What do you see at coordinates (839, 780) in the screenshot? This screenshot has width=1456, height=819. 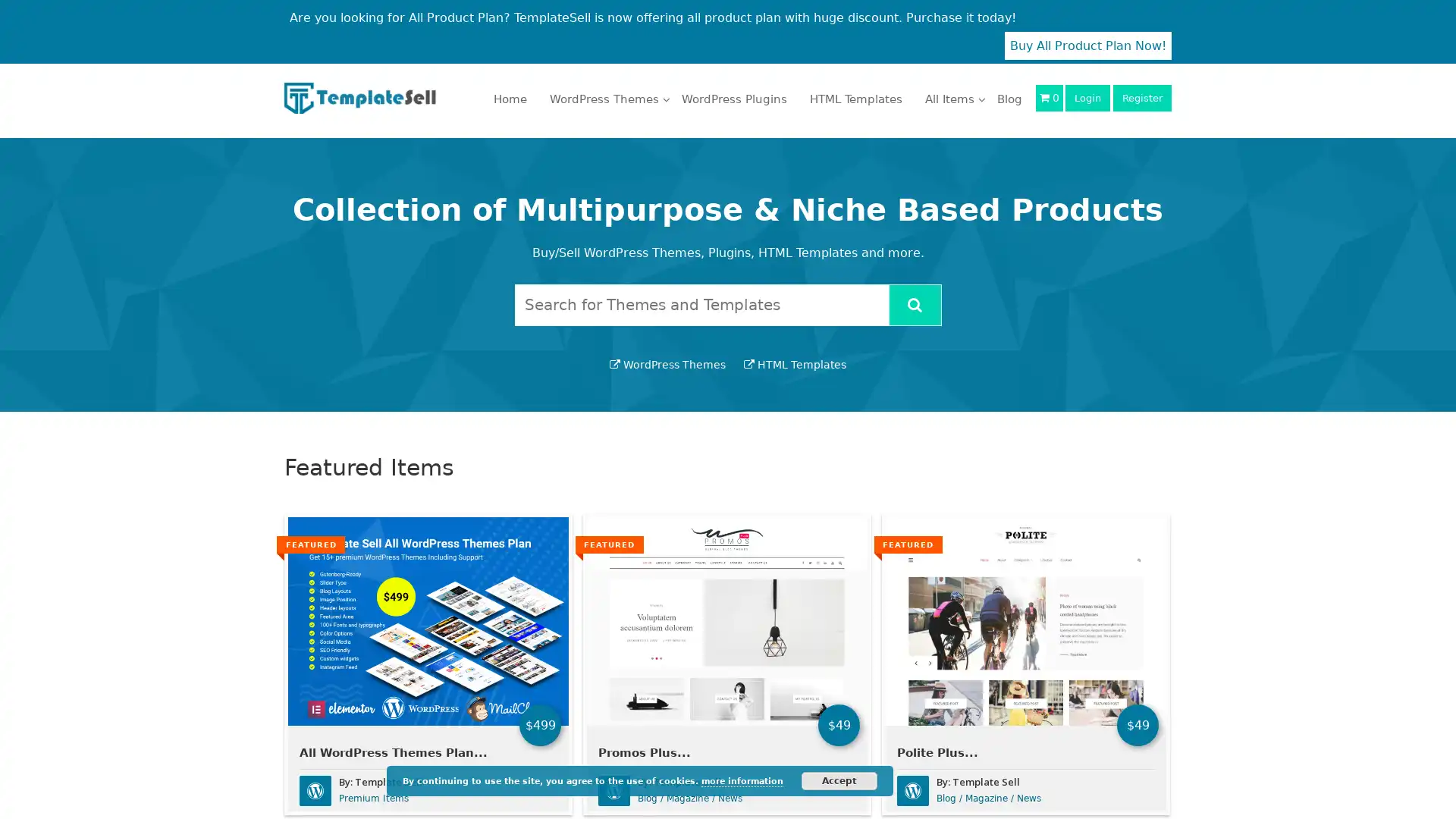 I see `Accept` at bounding box center [839, 780].